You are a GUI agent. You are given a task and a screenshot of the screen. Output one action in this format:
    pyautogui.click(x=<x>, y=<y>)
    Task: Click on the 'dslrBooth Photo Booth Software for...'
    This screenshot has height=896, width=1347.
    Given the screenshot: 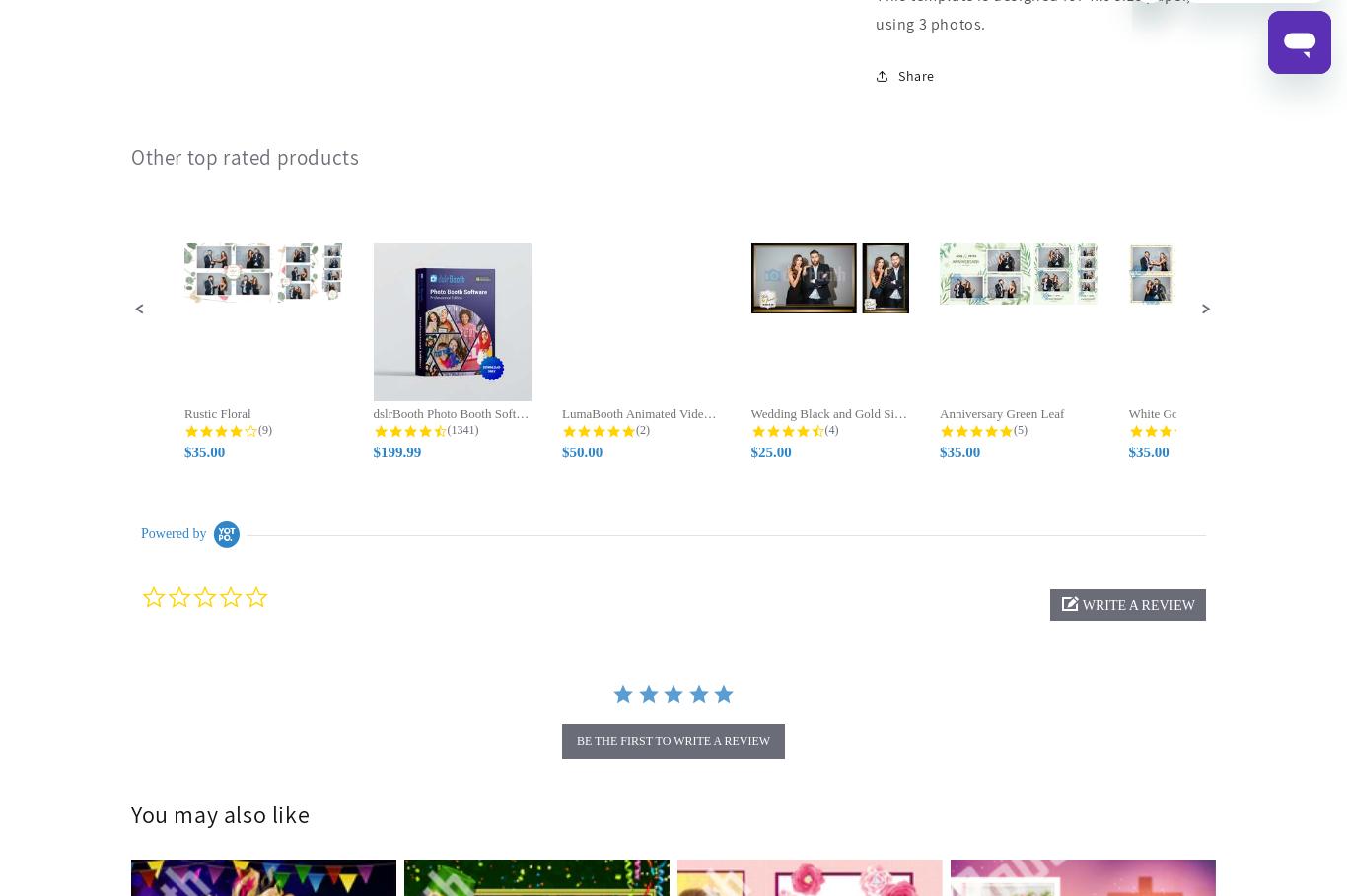 What is the action you would take?
    pyautogui.click(x=470, y=413)
    